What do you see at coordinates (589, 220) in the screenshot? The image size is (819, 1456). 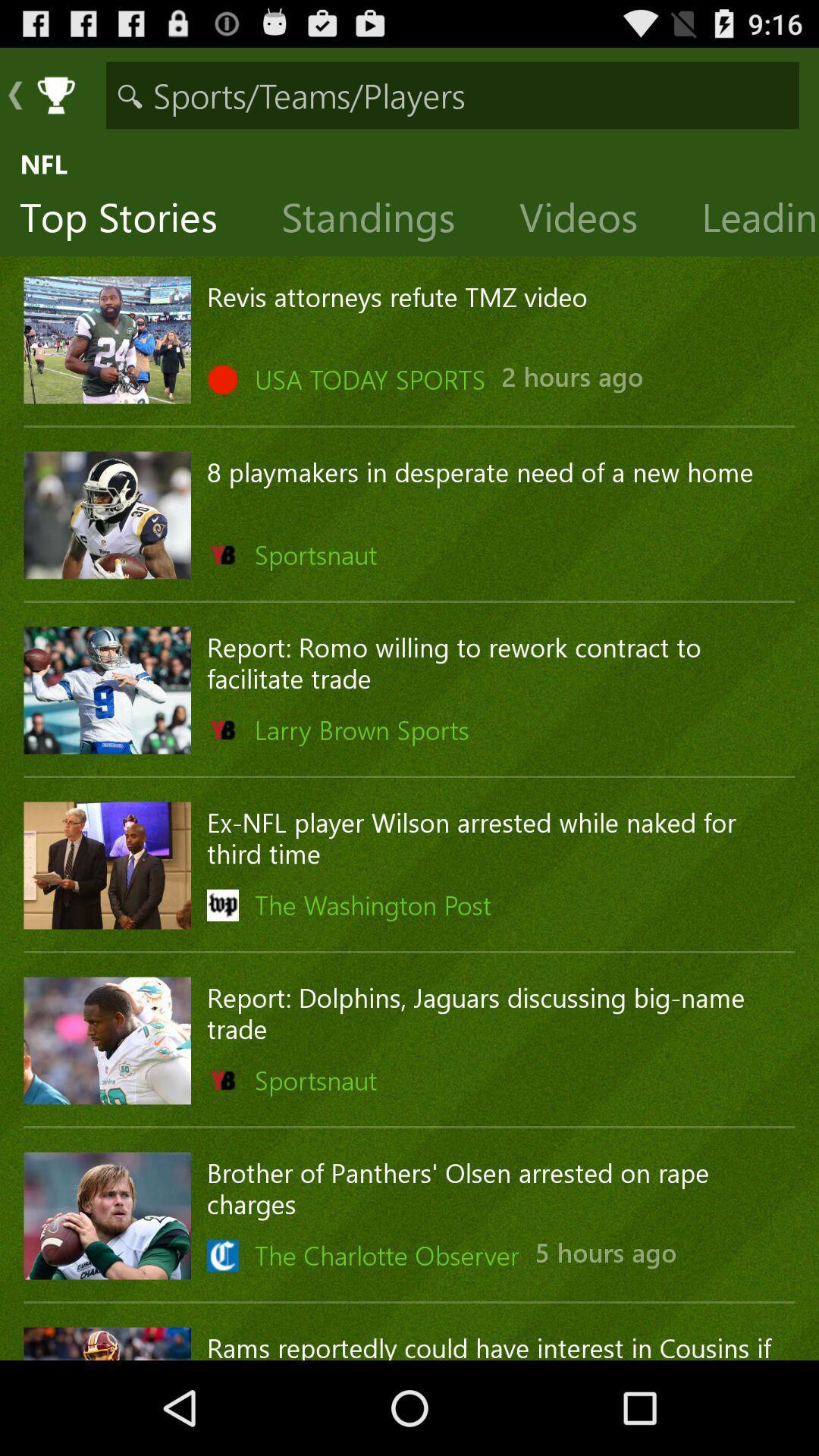 I see `the item next to the leading players icon` at bounding box center [589, 220].